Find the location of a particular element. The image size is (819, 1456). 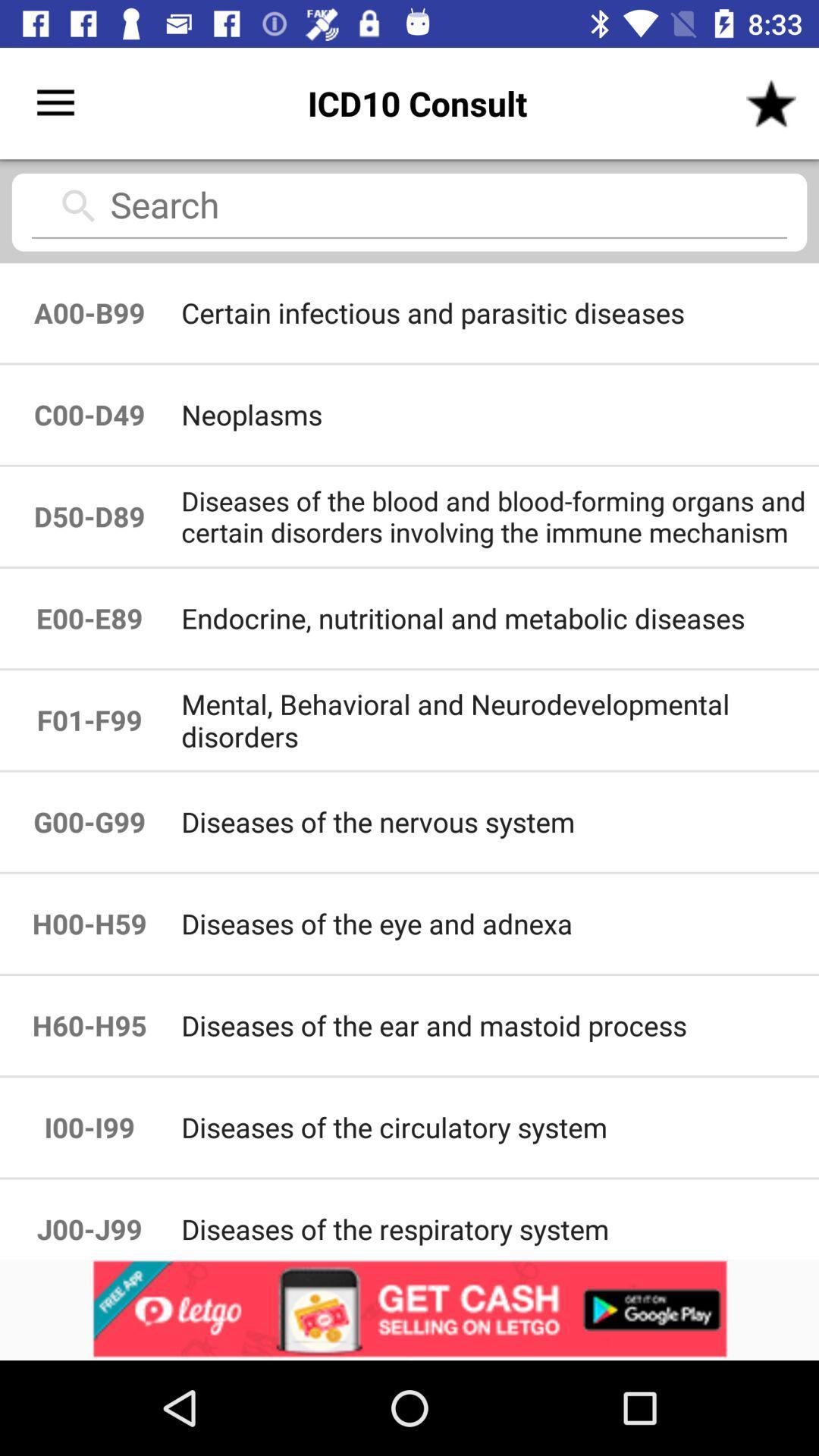

the i00-i99 item is located at coordinates (89, 1127).